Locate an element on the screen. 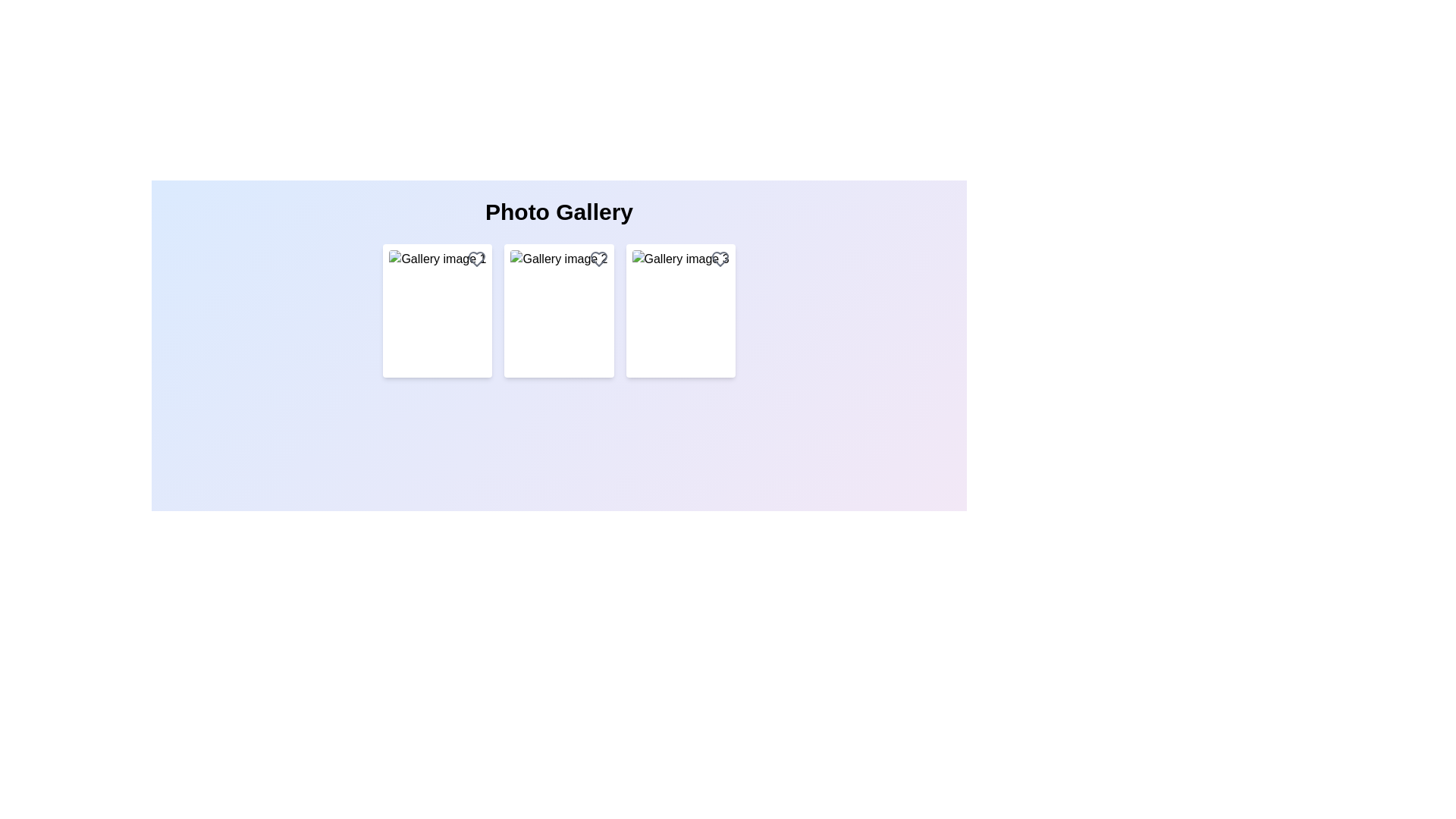 The image size is (1456, 819). the heart-shaped icon in the top-right corner of 'Gallery image 1' to favorite it is located at coordinates (476, 259).